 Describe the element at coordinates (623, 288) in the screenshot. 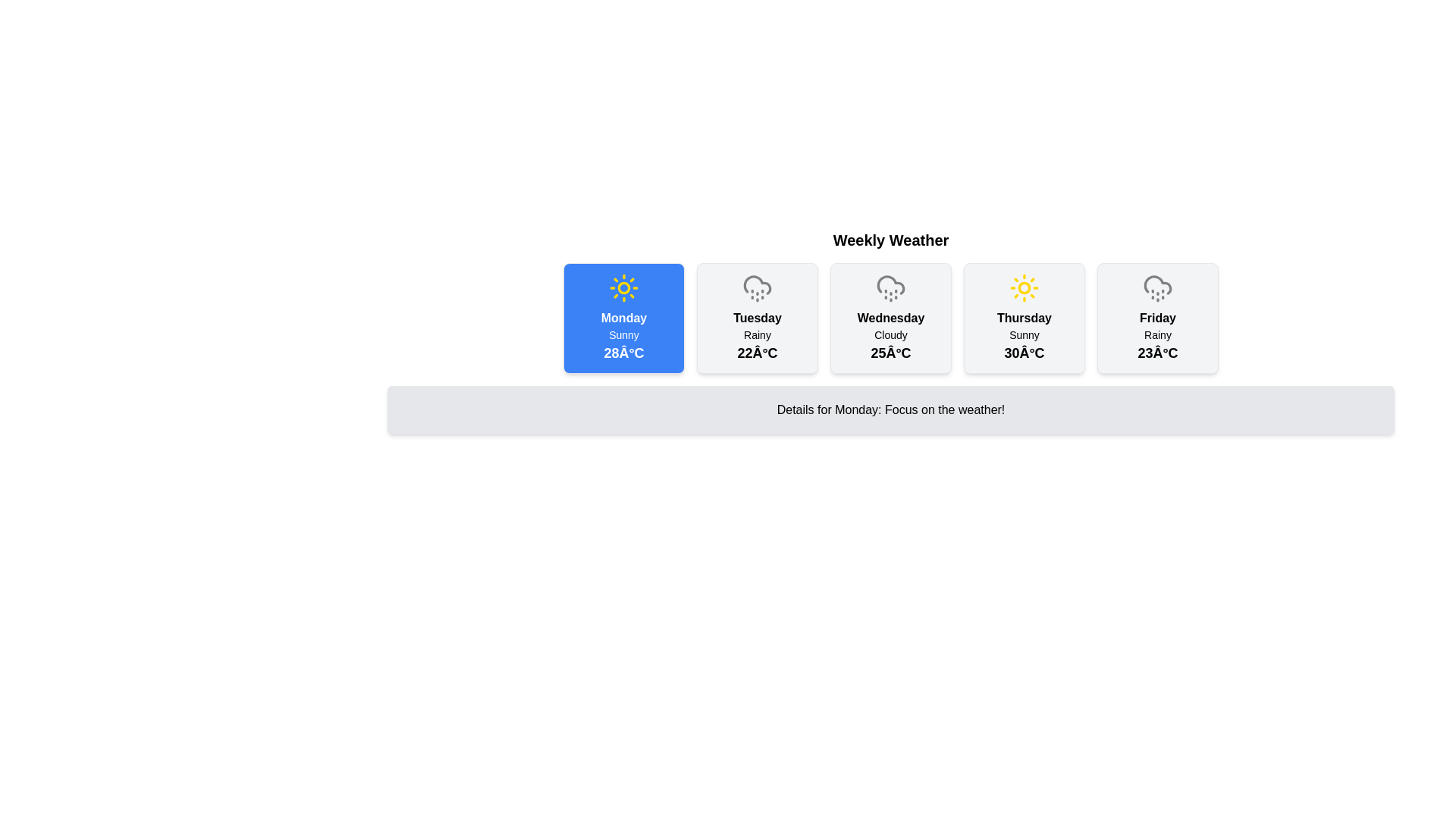

I see `the sunny weather icon located at the top section of the blue weather card for Monday, which is the first card in a horizontal row of similar cards` at that location.